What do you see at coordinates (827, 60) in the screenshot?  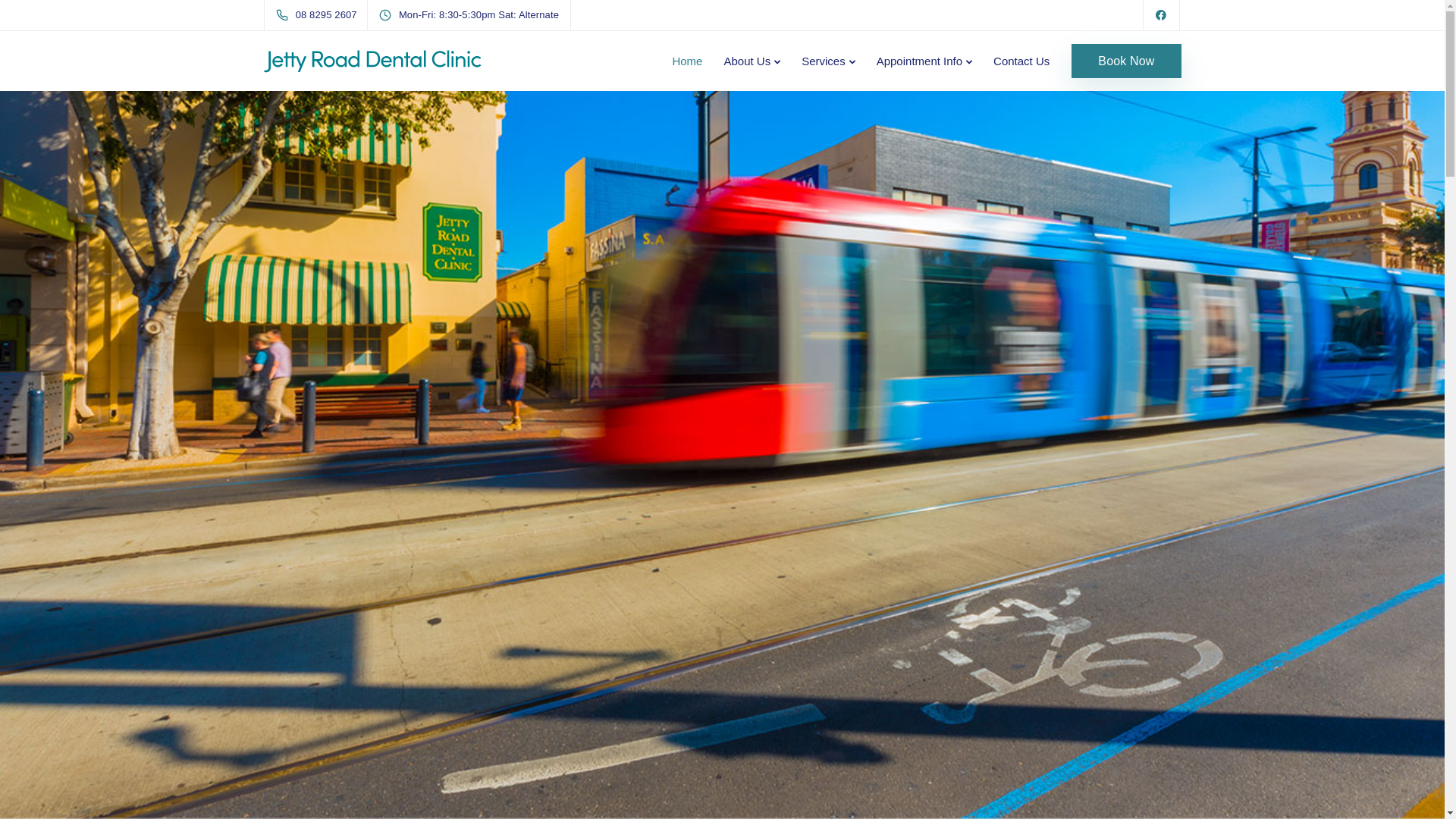 I see `'Services'` at bounding box center [827, 60].